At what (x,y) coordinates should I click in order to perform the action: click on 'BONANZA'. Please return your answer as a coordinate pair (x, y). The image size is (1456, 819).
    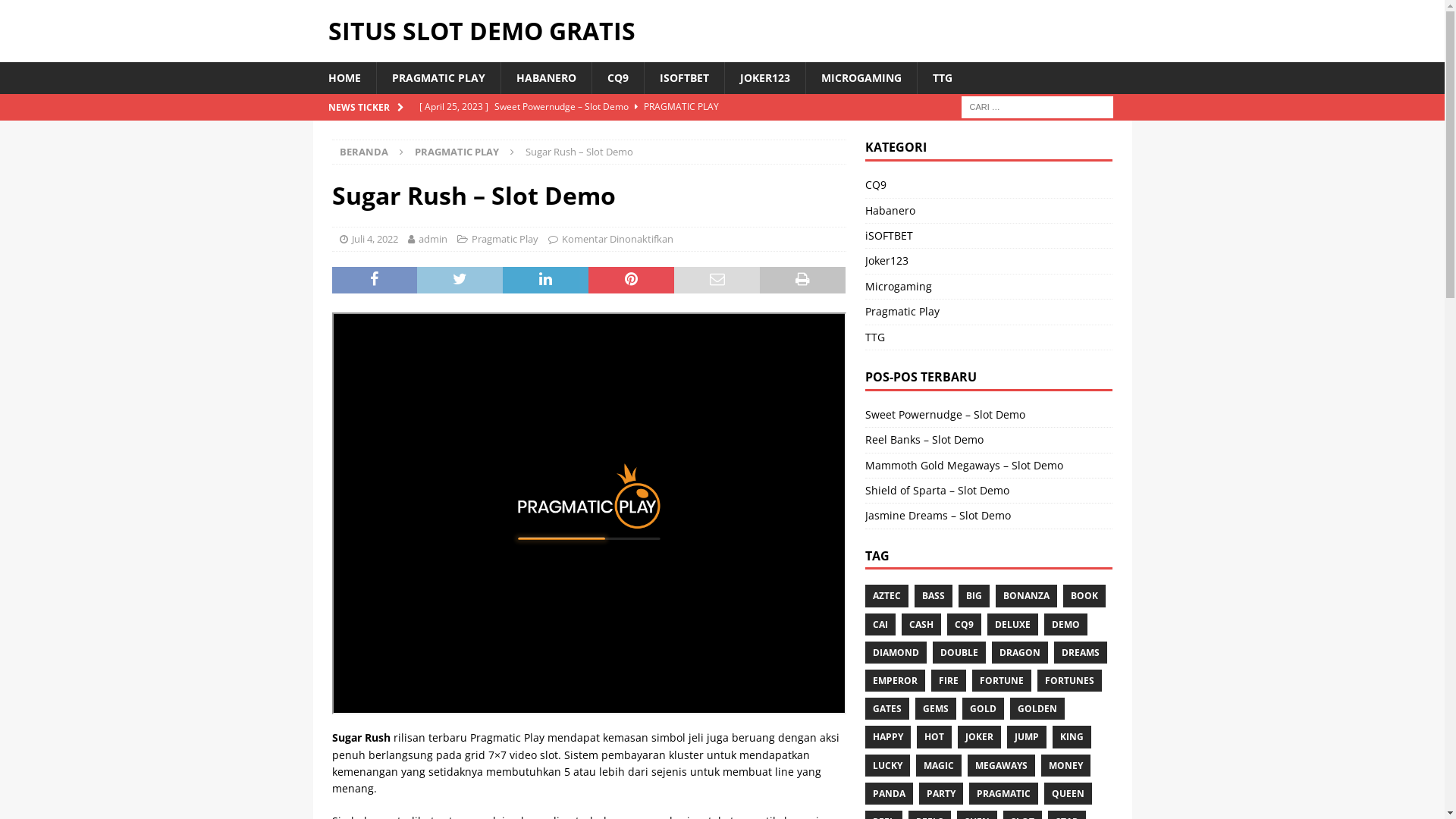
    Looking at the image, I should click on (1026, 595).